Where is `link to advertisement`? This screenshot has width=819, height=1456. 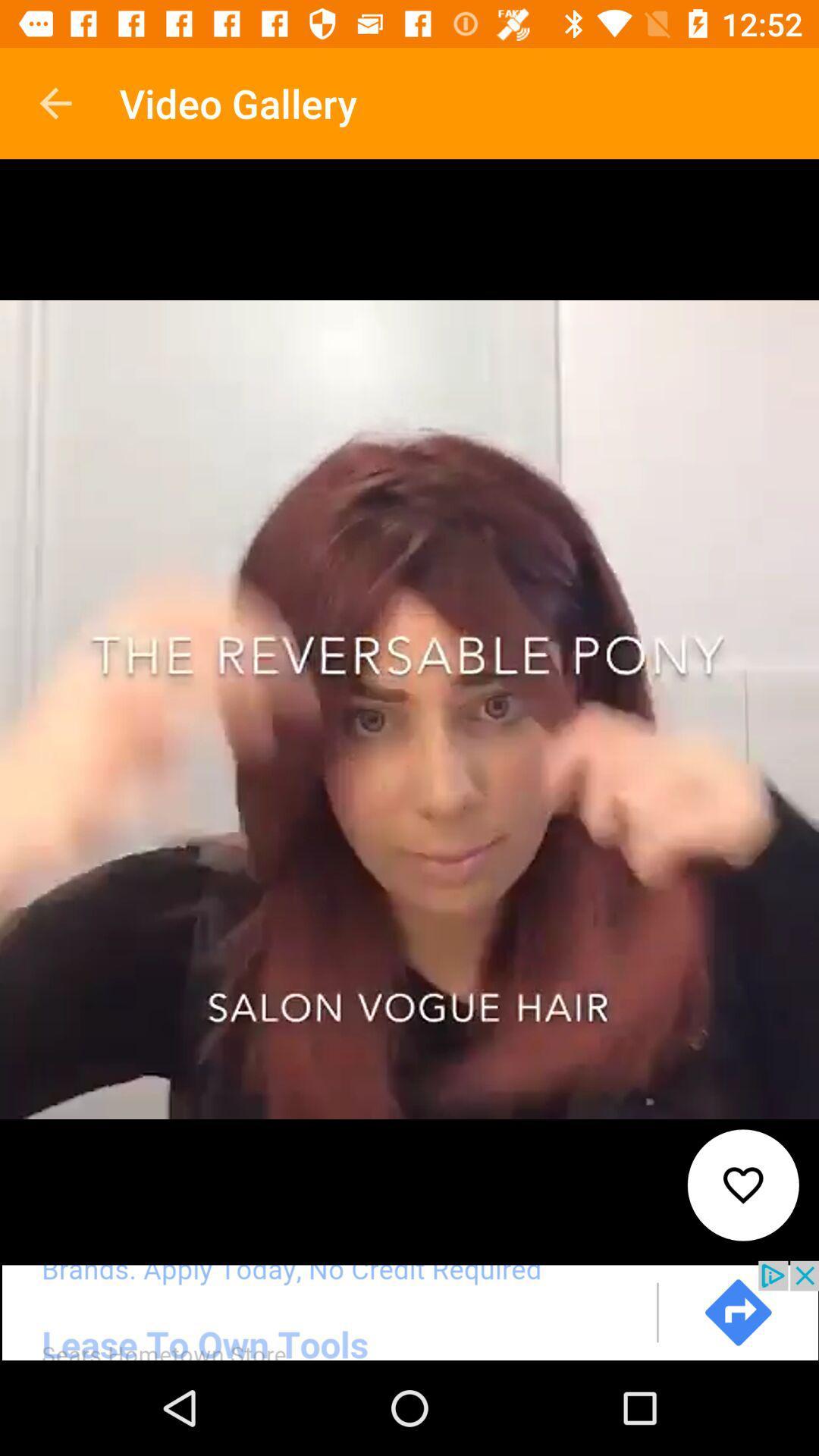
link to advertisement is located at coordinates (409, 1310).